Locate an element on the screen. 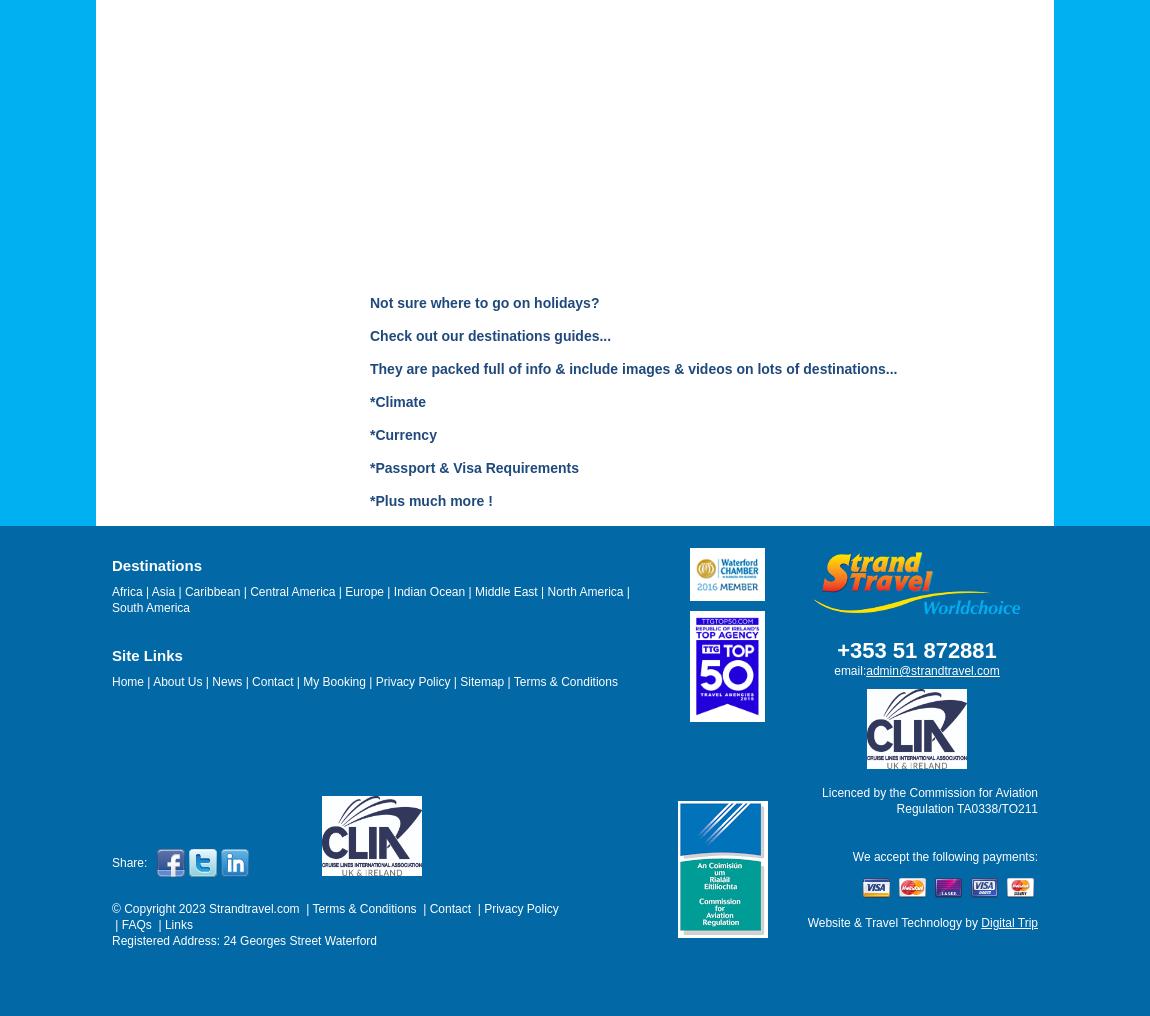 The width and height of the screenshot is (1150, 1016). 'North America' is located at coordinates (584, 592).